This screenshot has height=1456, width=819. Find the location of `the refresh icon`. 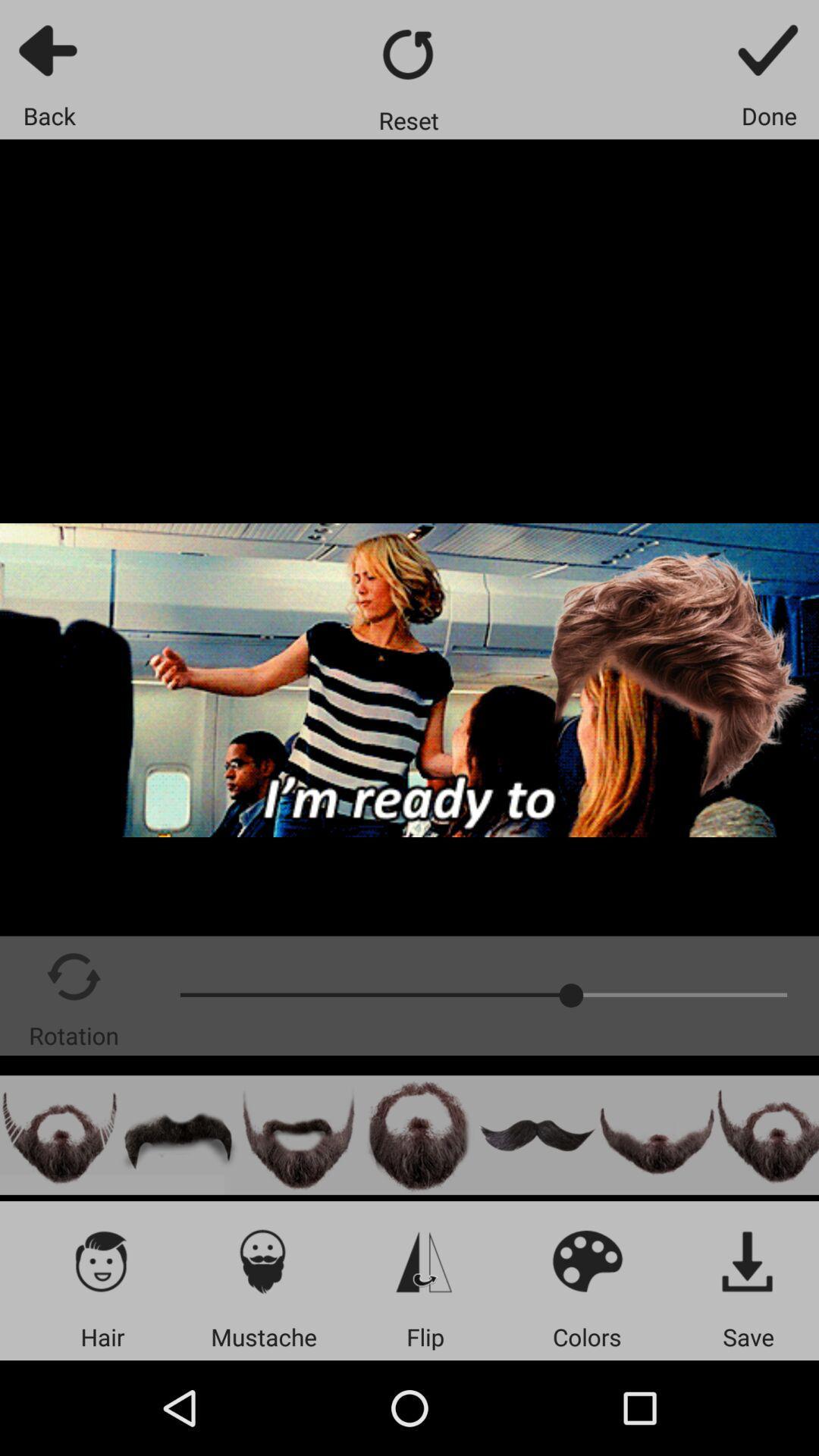

the refresh icon is located at coordinates (408, 54).